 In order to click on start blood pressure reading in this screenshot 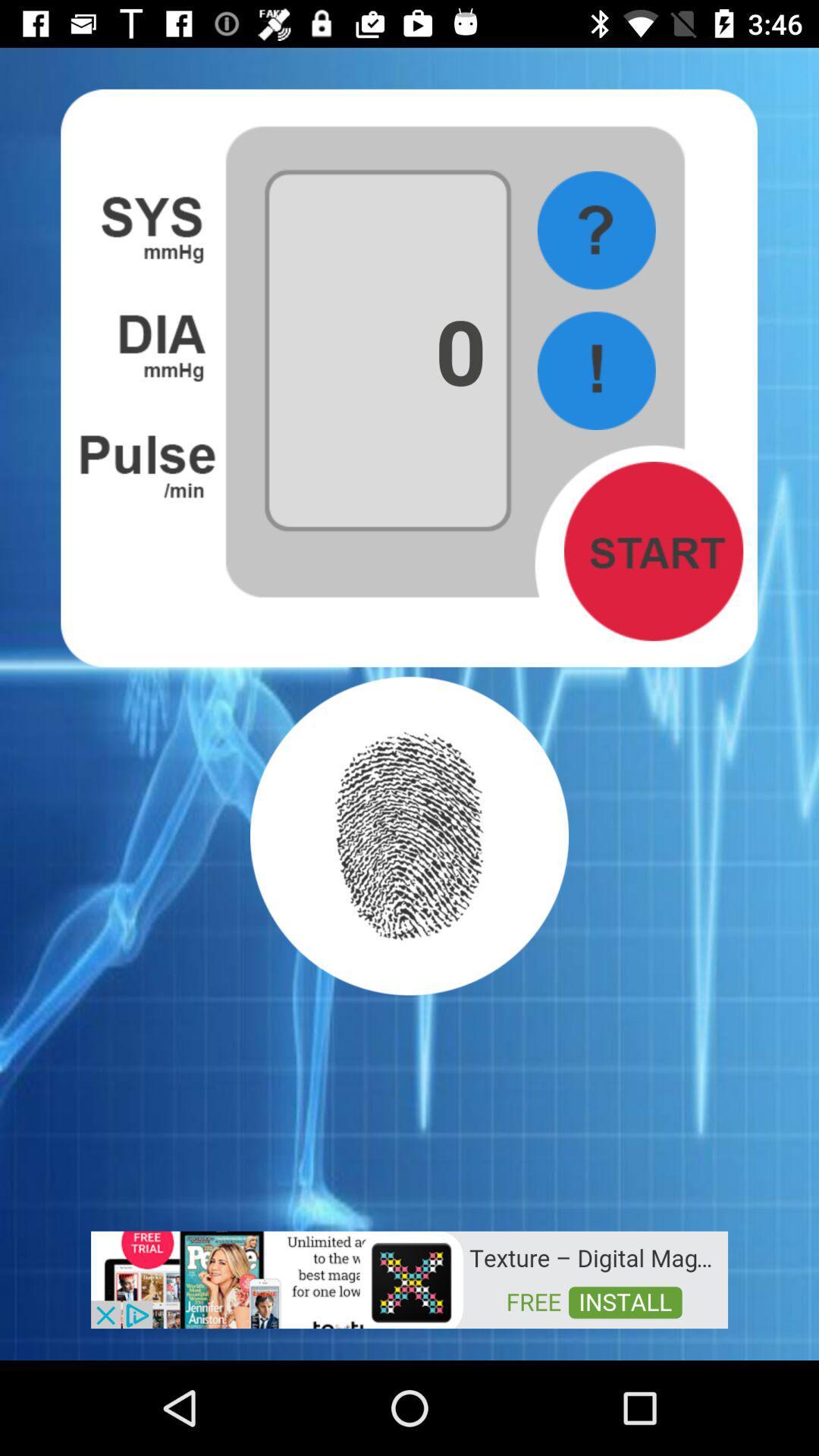, I will do `click(653, 551)`.